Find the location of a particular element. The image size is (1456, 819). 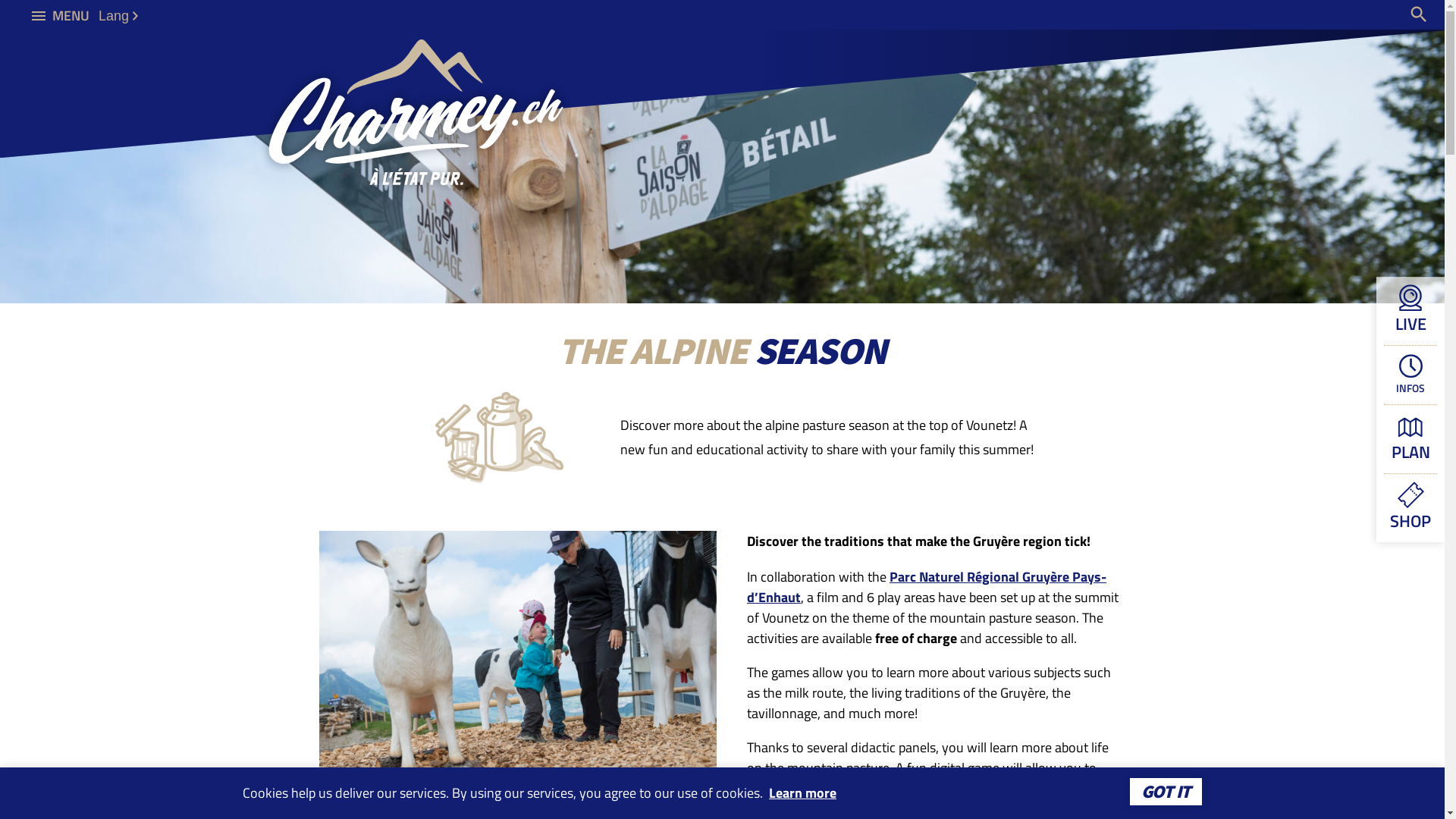

'INFOS' is located at coordinates (1410, 374).